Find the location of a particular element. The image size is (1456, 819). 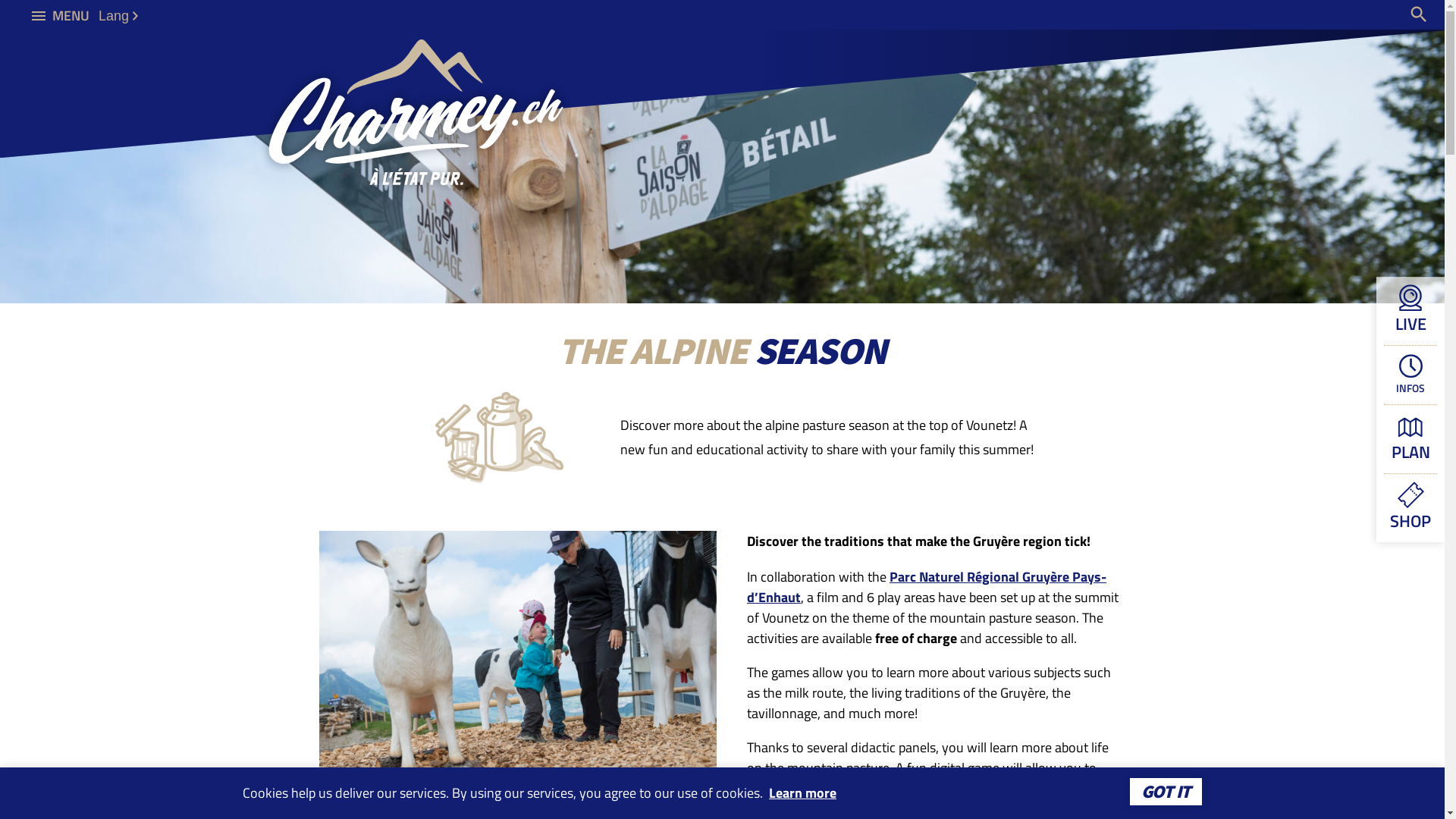

'INFOS' is located at coordinates (1410, 374).